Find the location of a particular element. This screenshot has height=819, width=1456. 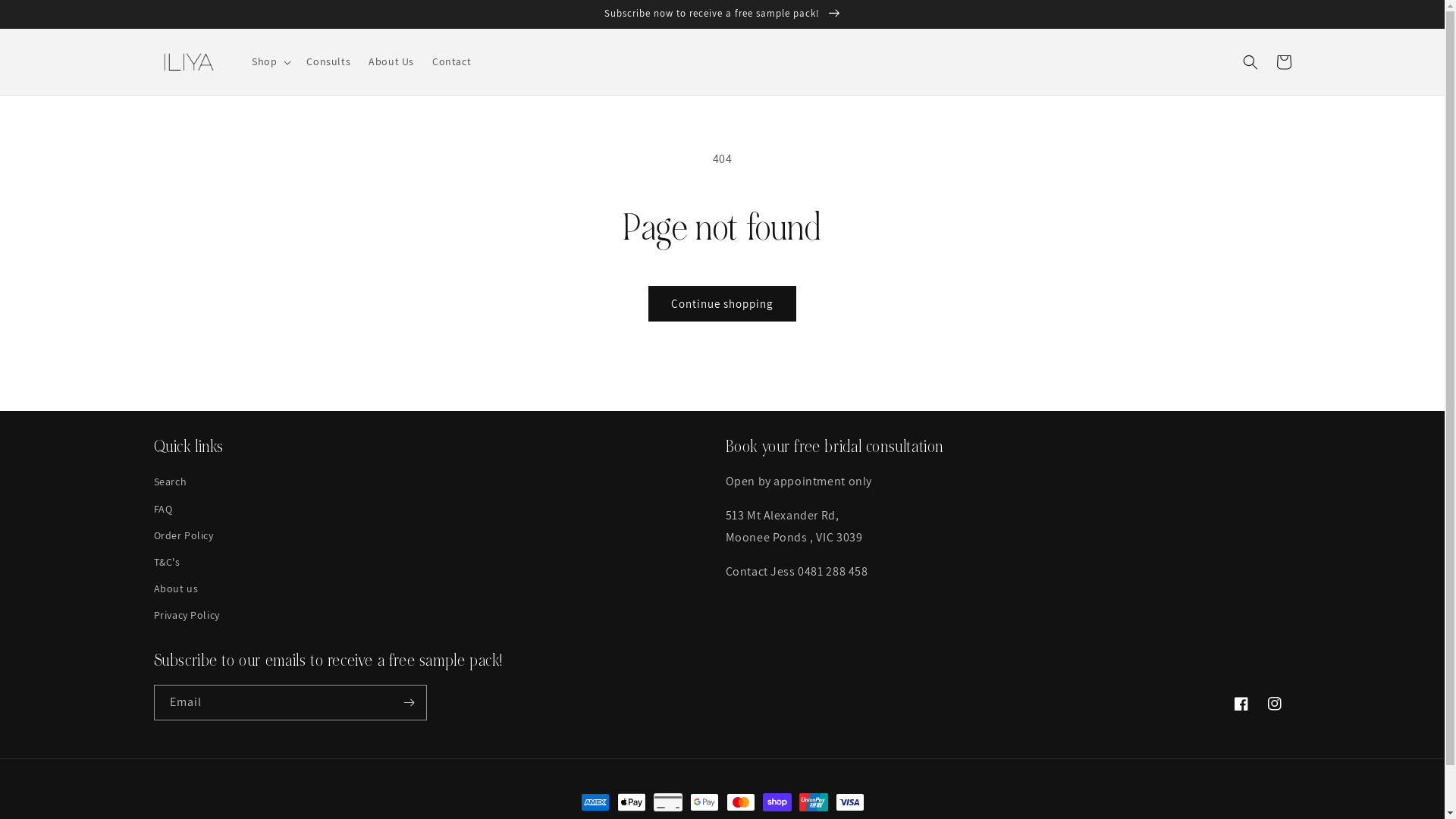

'Order Policy' is located at coordinates (182, 535).